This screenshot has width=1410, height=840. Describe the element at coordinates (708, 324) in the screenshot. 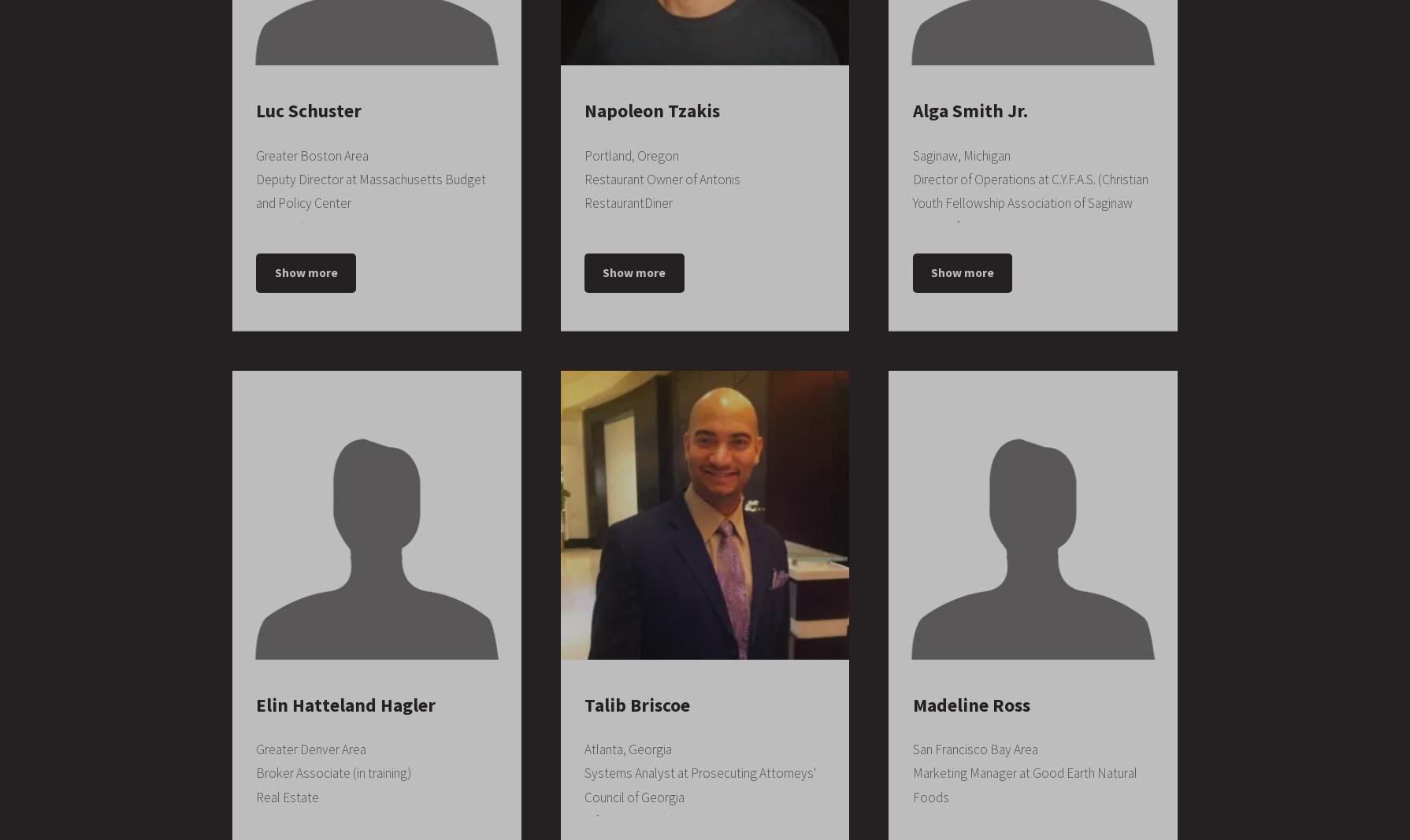

I see `'June 2011 – August 2011'` at that location.